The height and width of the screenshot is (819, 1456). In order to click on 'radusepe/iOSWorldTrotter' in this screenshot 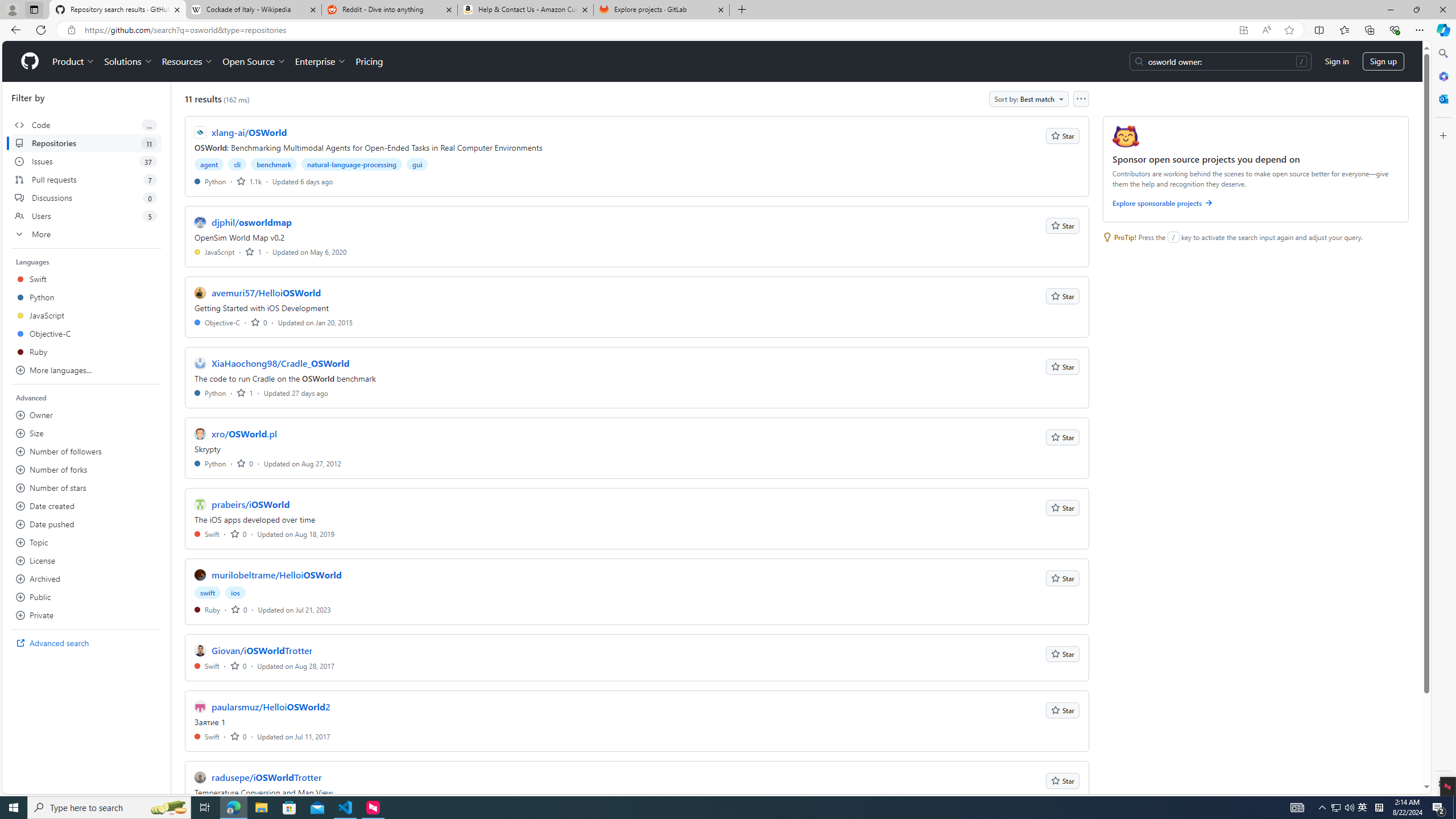, I will do `click(266, 777)`.